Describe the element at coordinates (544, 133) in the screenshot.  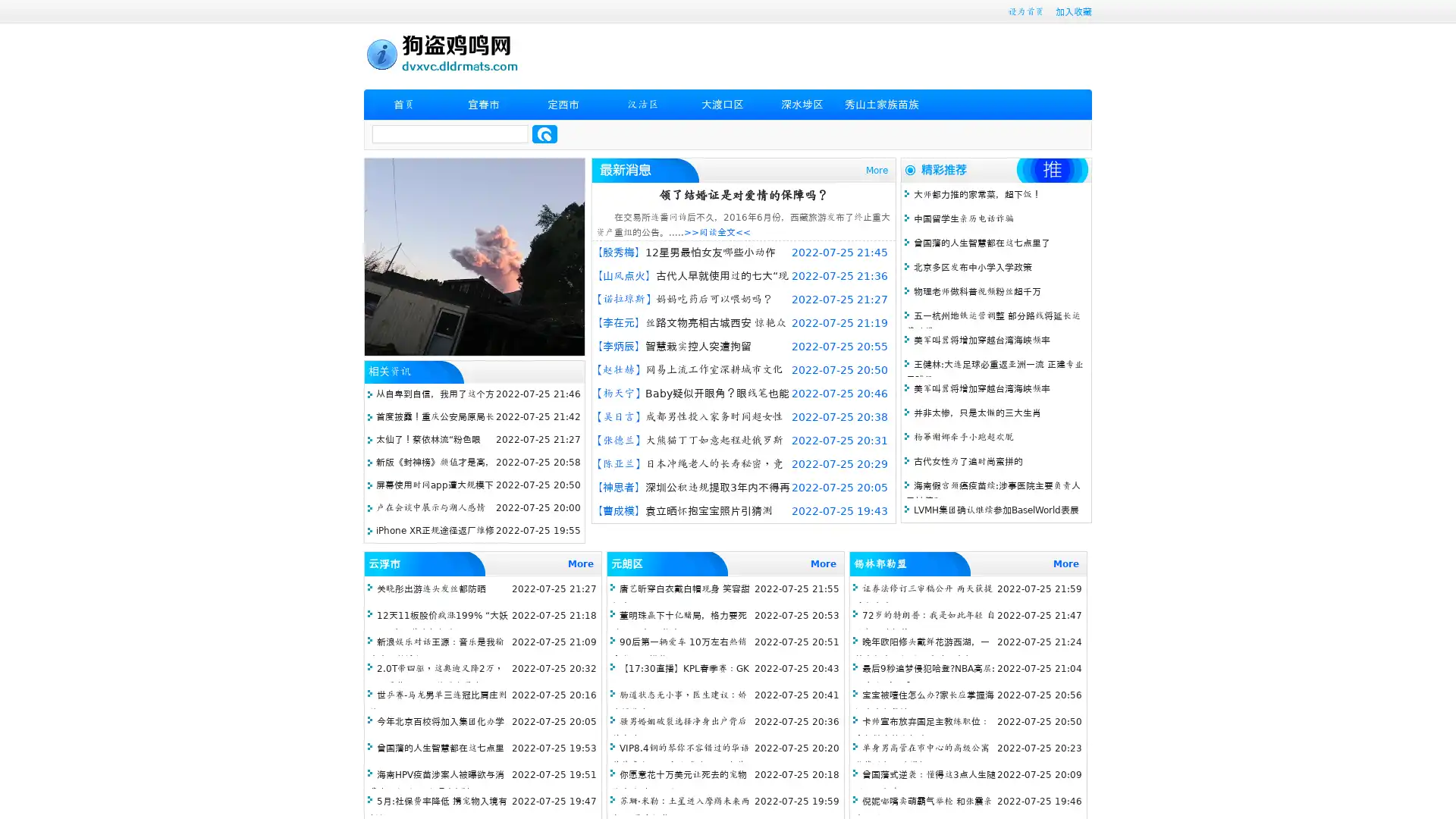
I see `Search` at that location.